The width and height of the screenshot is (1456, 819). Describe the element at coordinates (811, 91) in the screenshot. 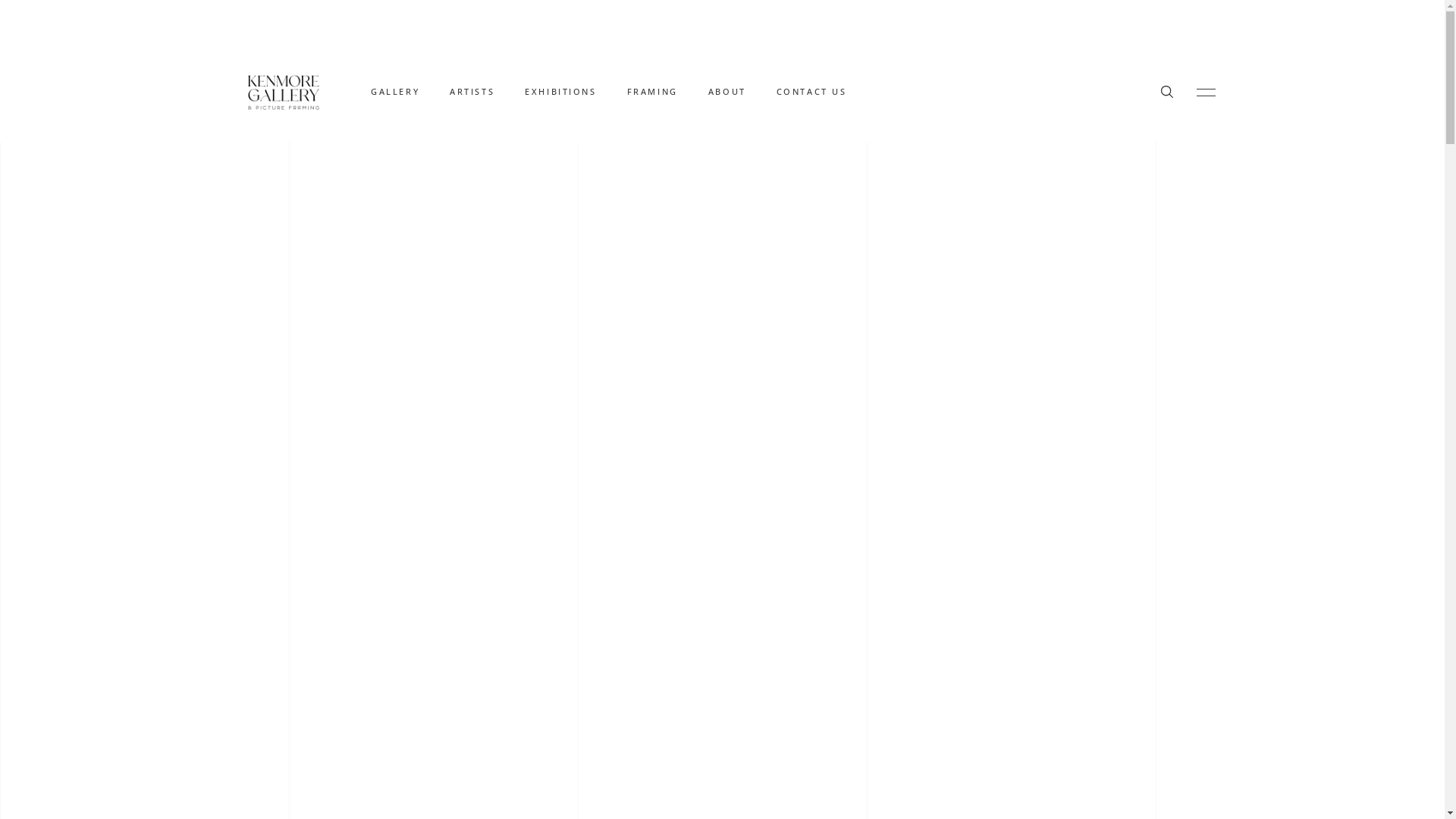

I see `'CONTACT US'` at that location.